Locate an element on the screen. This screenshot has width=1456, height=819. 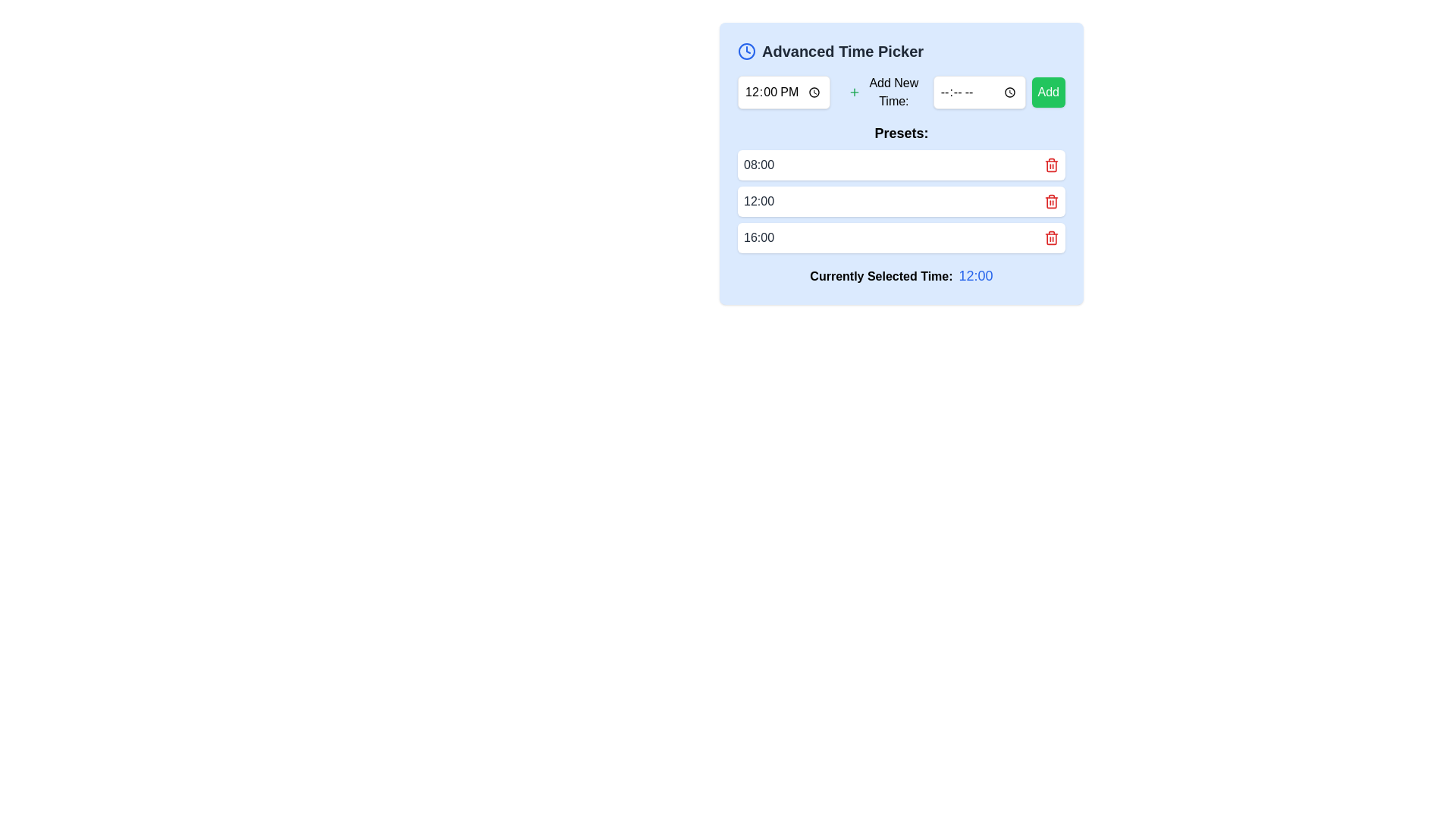
the second selectable list item displaying '12:00' is located at coordinates (902, 201).